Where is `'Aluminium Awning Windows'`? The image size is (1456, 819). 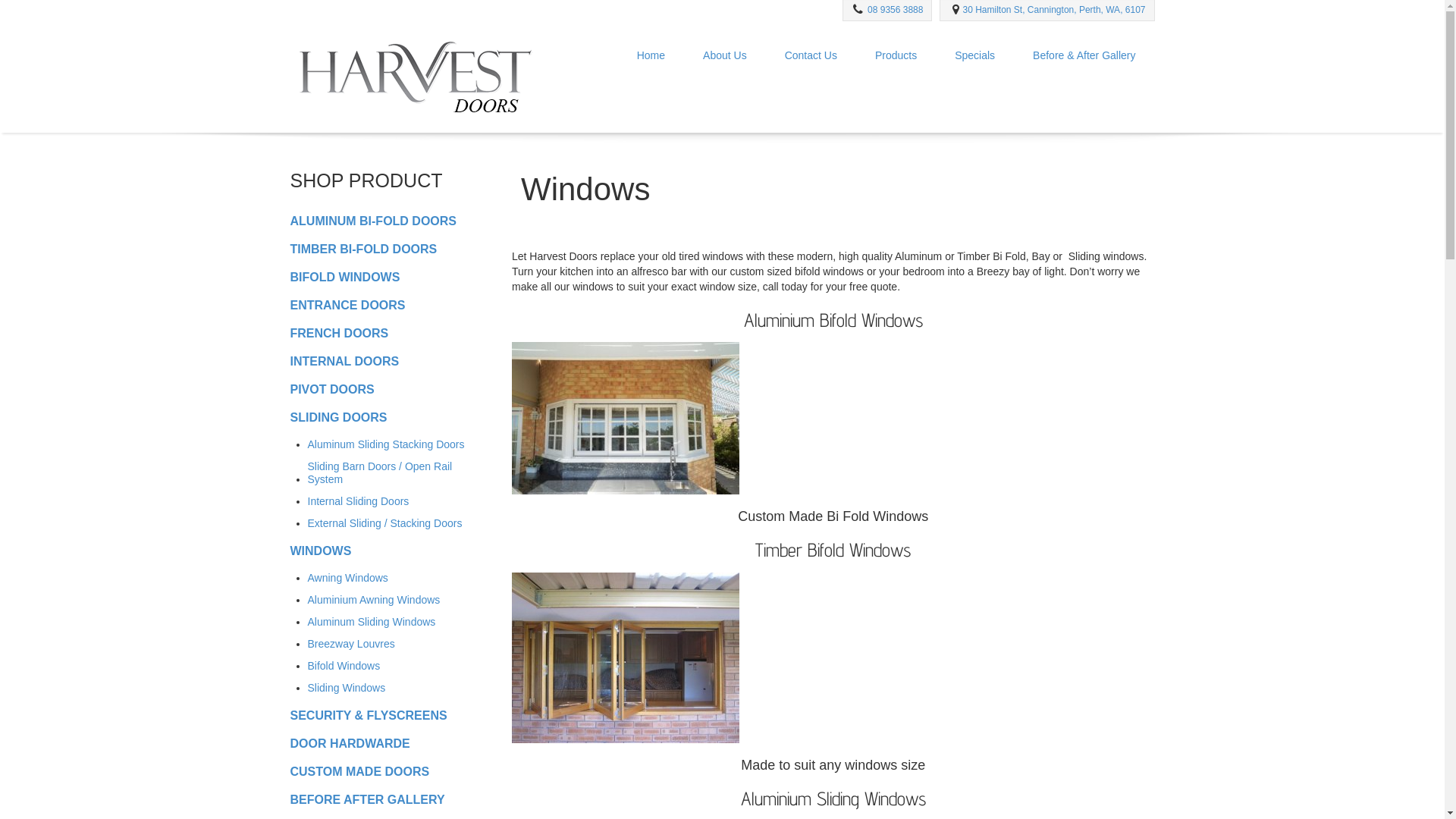
'Aluminium Awning Windows' is located at coordinates (374, 598).